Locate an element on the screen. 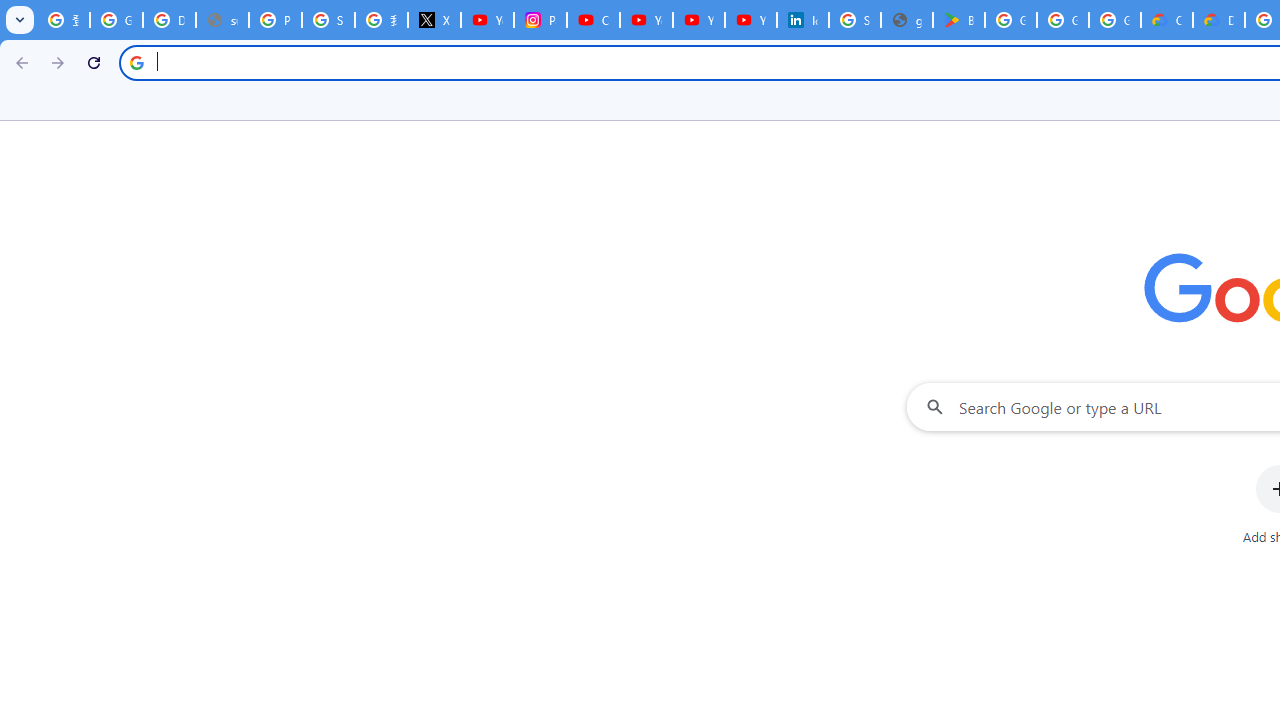 Image resolution: width=1280 pixels, height=720 pixels. 'Privacy Help Center - Policies Help' is located at coordinates (274, 20).